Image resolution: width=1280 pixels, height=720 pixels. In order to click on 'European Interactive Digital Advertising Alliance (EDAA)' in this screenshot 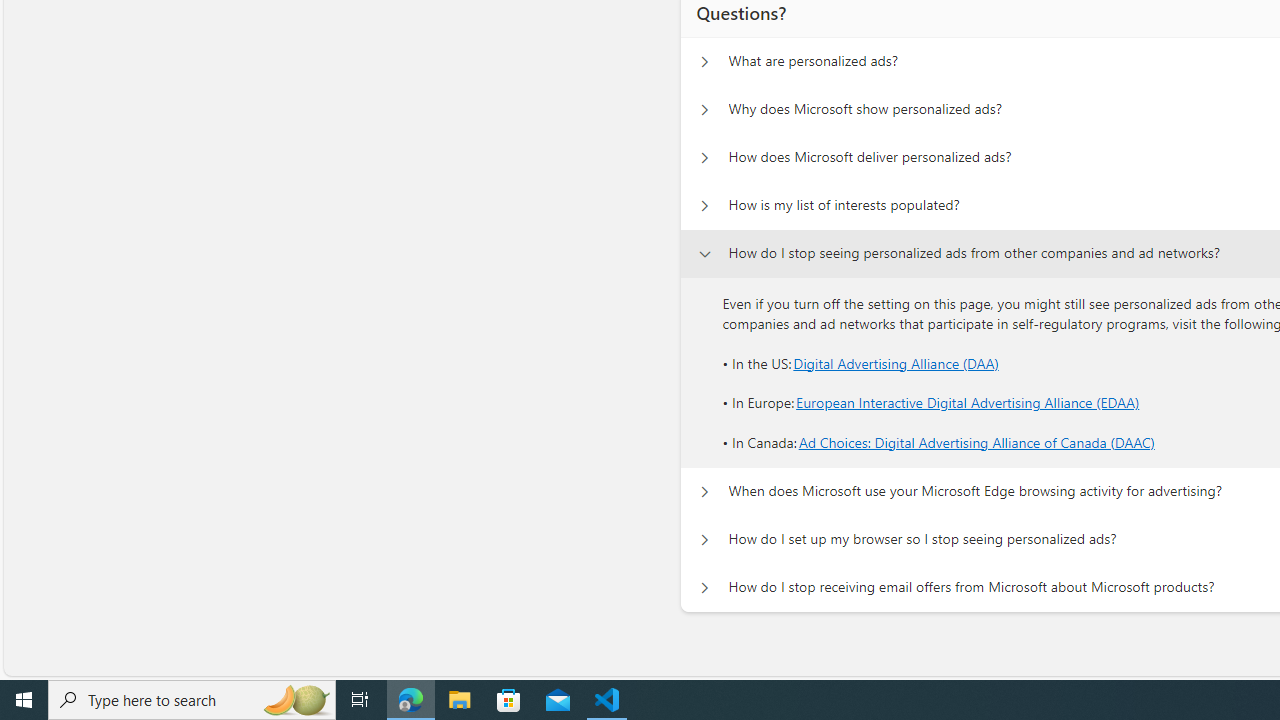, I will do `click(968, 403)`.